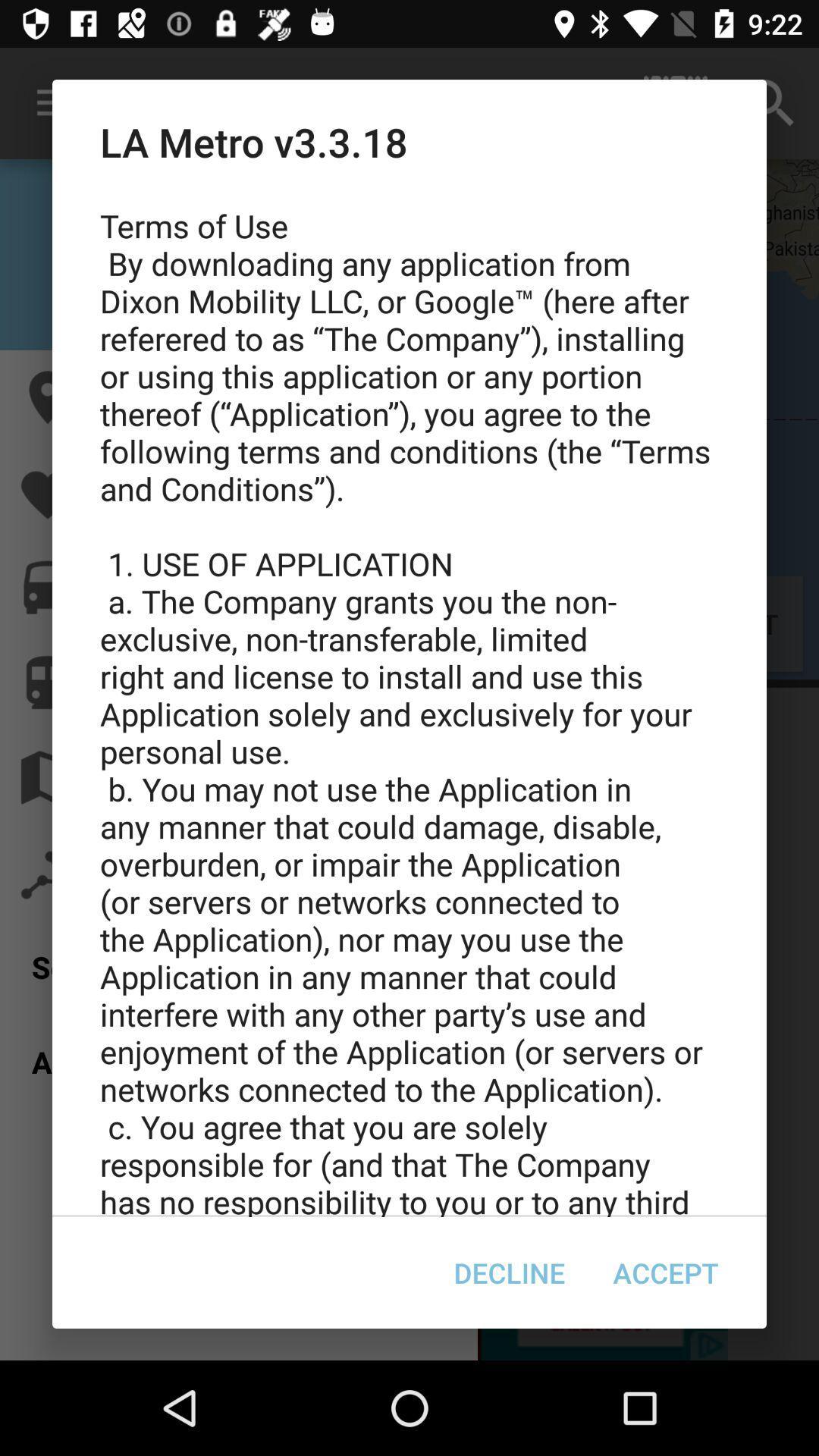 The width and height of the screenshot is (819, 1456). Describe the element at coordinates (665, 1272) in the screenshot. I see `accept icon` at that location.